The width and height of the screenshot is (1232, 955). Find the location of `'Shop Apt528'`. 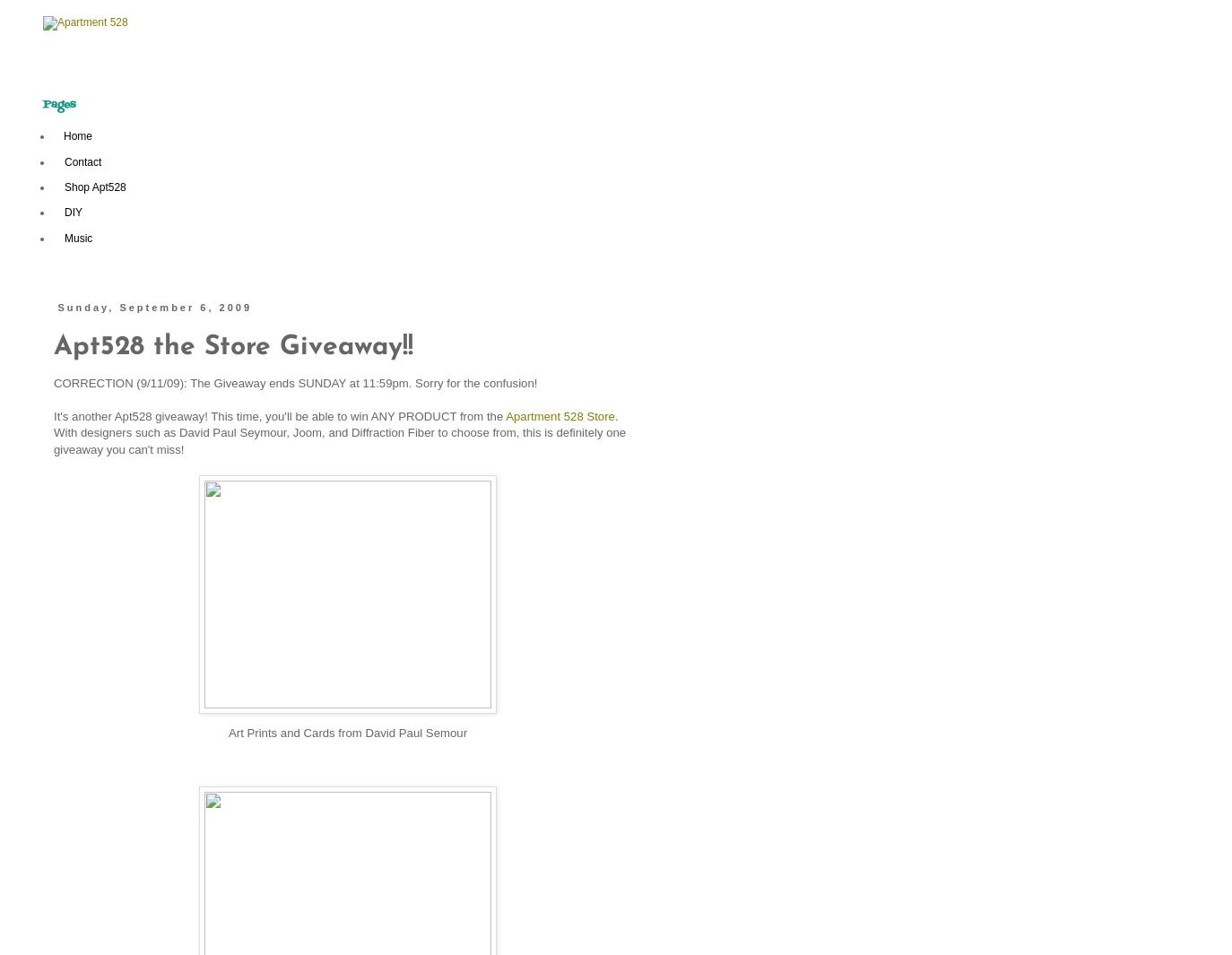

'Shop Apt528' is located at coordinates (93, 185).